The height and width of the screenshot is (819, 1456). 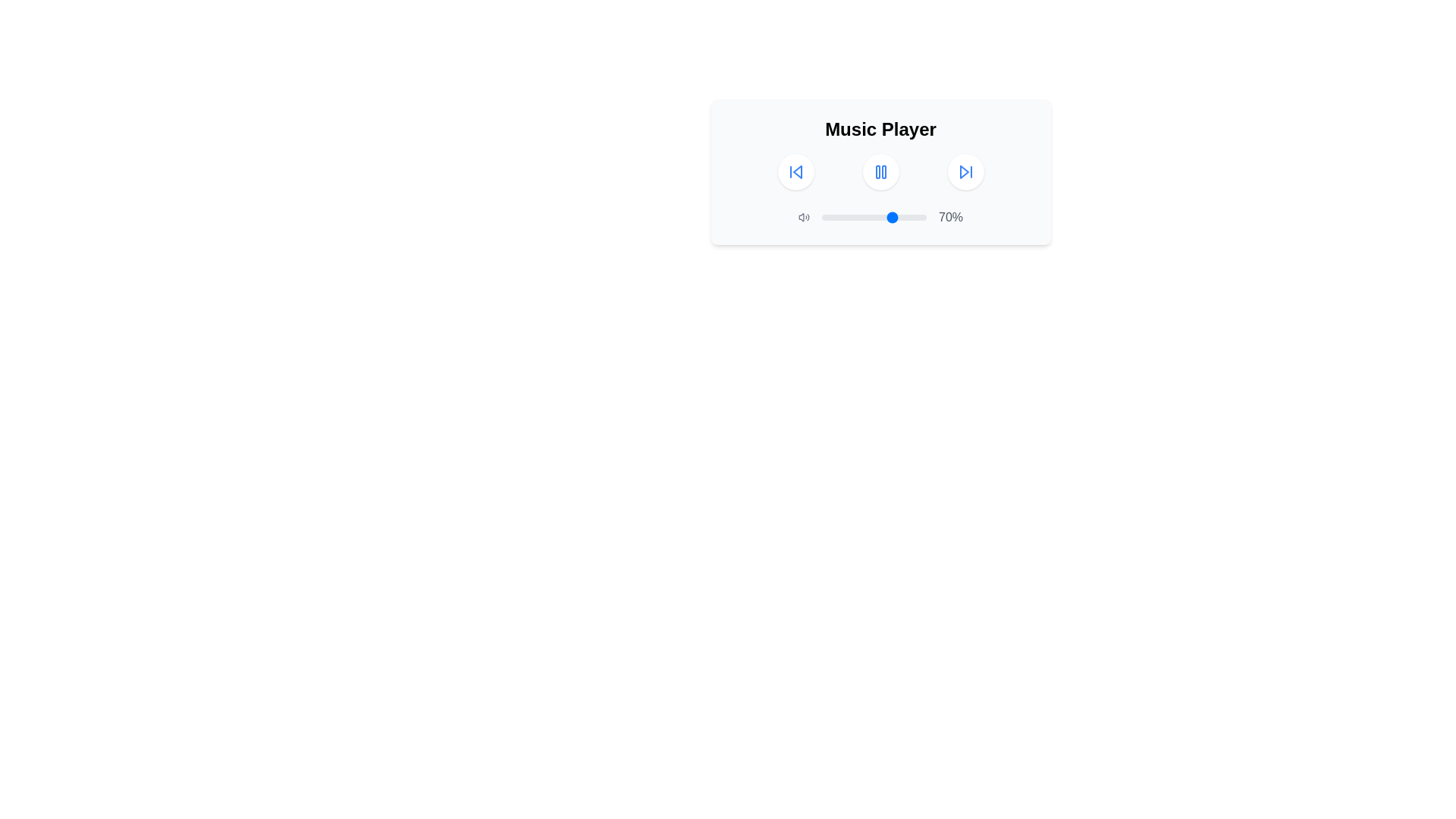 I want to click on the triangular-shaped icon inside the skip-forward button located at the top center of the music player interface, so click(x=963, y=171).